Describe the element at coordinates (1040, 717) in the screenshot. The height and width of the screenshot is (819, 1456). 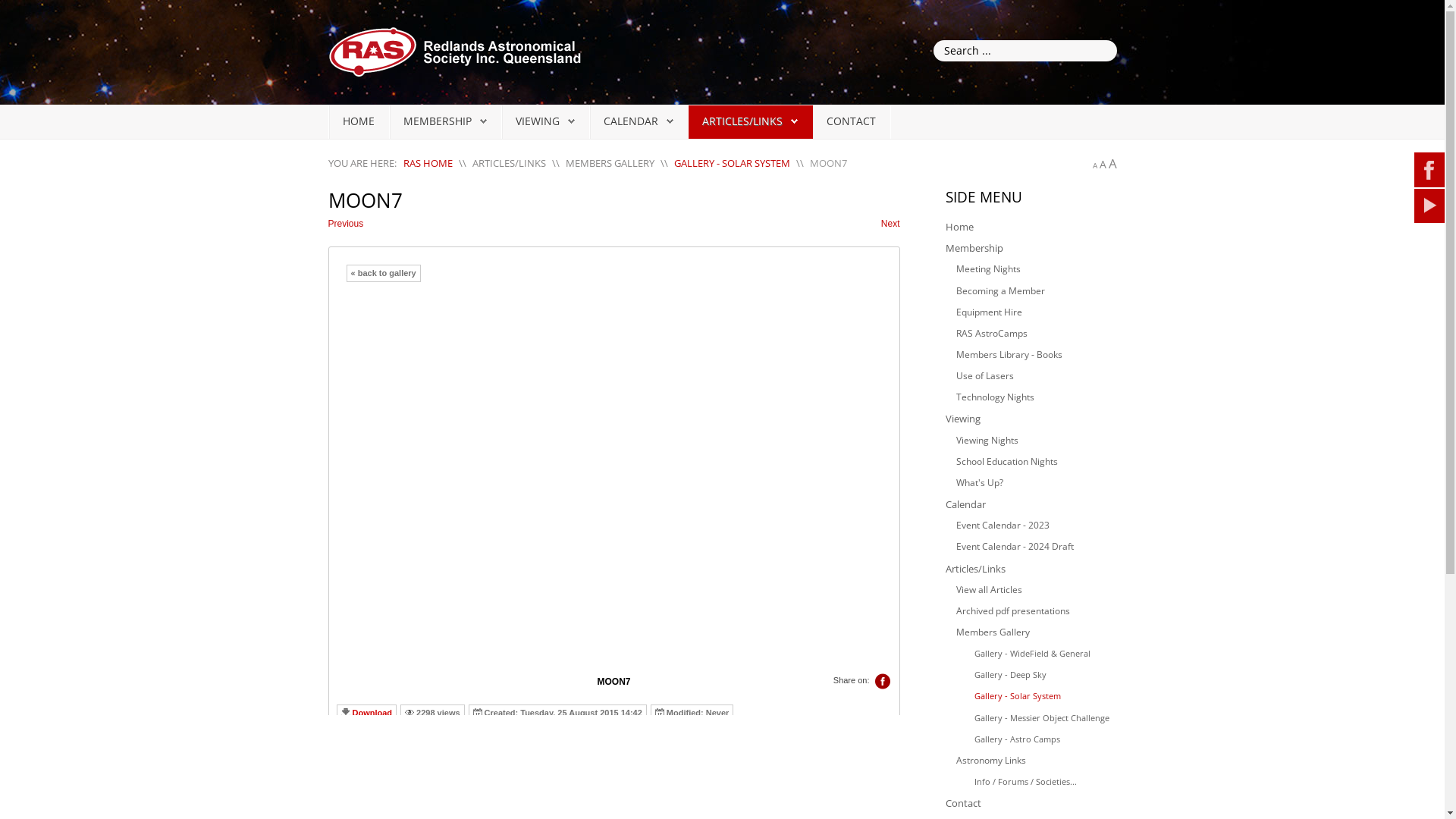
I see `'Gallery - Messier Object Challenge'` at that location.